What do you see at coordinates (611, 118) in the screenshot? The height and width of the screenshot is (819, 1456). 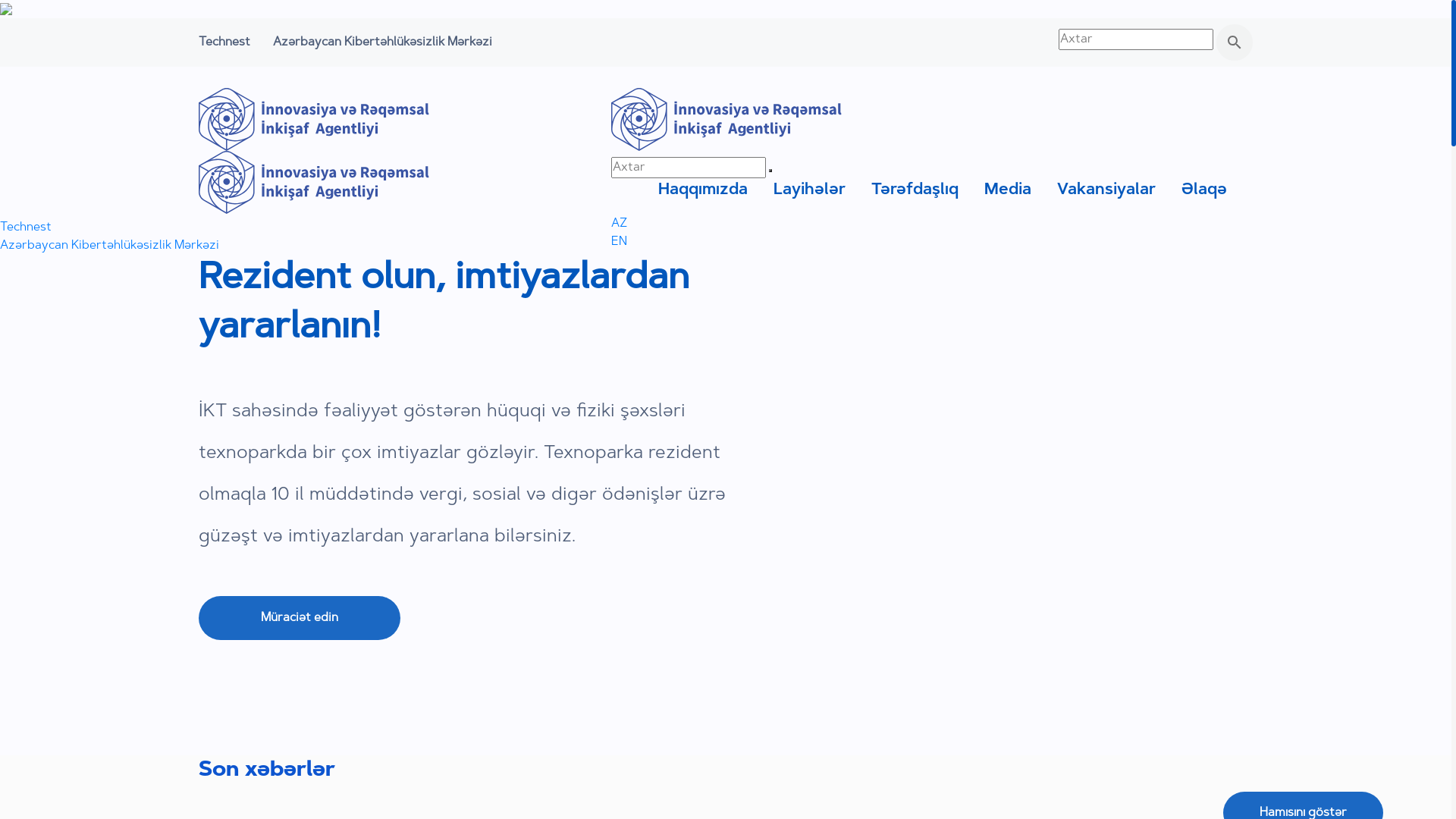 I see `'logo'` at bounding box center [611, 118].